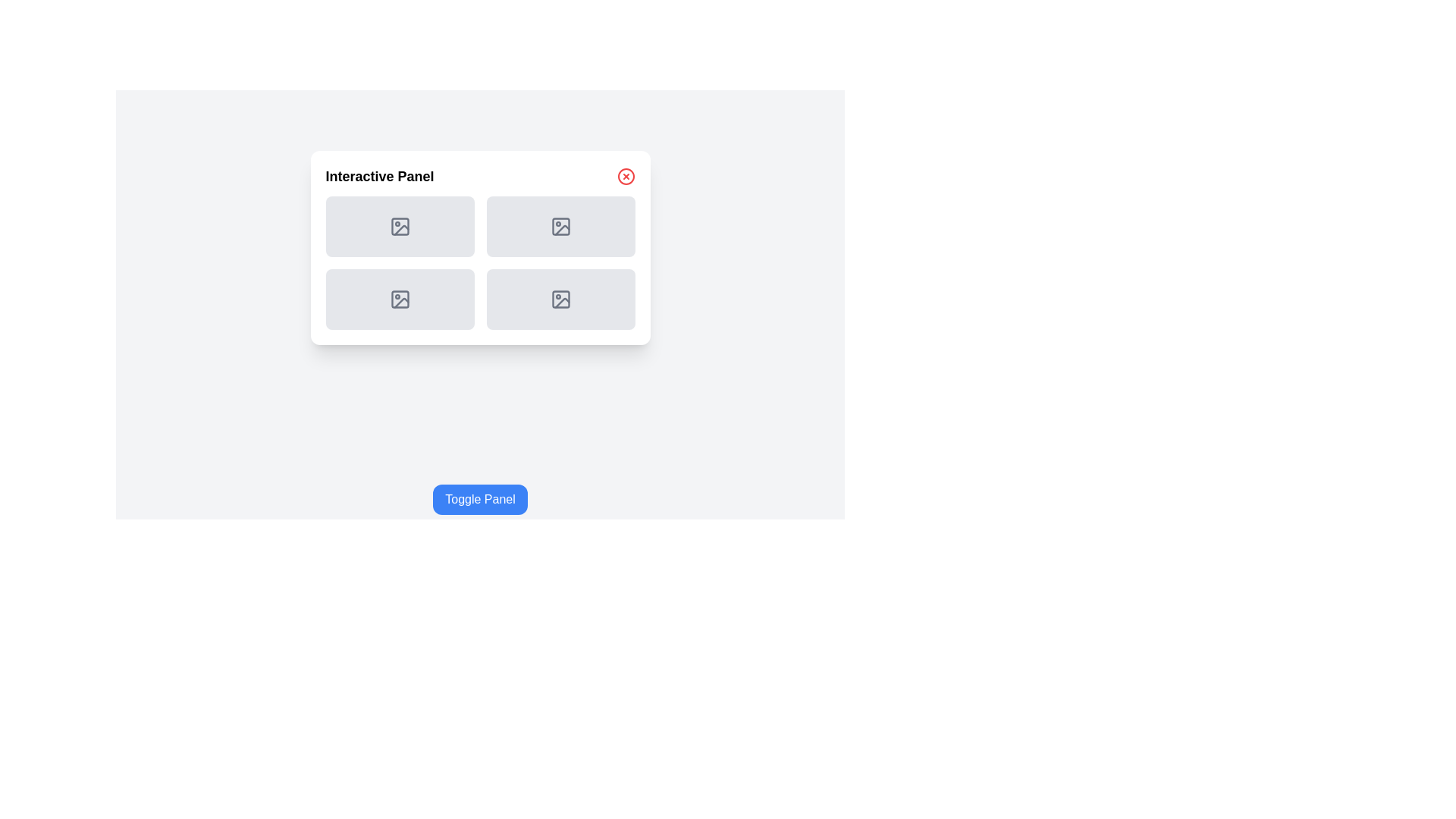 This screenshot has height=819, width=1456. Describe the element at coordinates (560, 227) in the screenshot. I see `the gray icon with a thin border located in the second column of the top row within a grid of four icons` at that location.